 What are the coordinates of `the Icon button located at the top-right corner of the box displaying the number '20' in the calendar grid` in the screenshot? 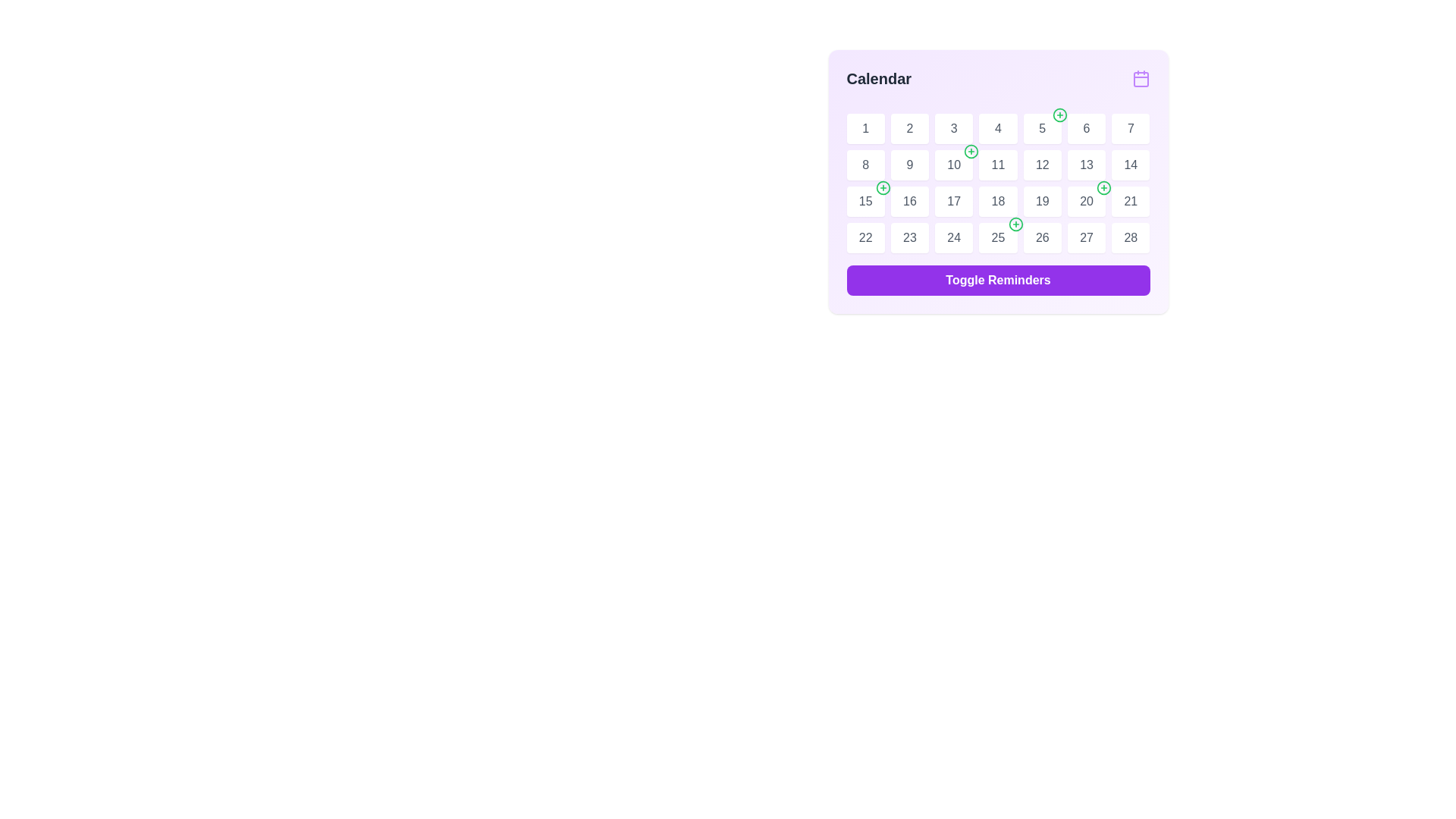 It's located at (1104, 187).